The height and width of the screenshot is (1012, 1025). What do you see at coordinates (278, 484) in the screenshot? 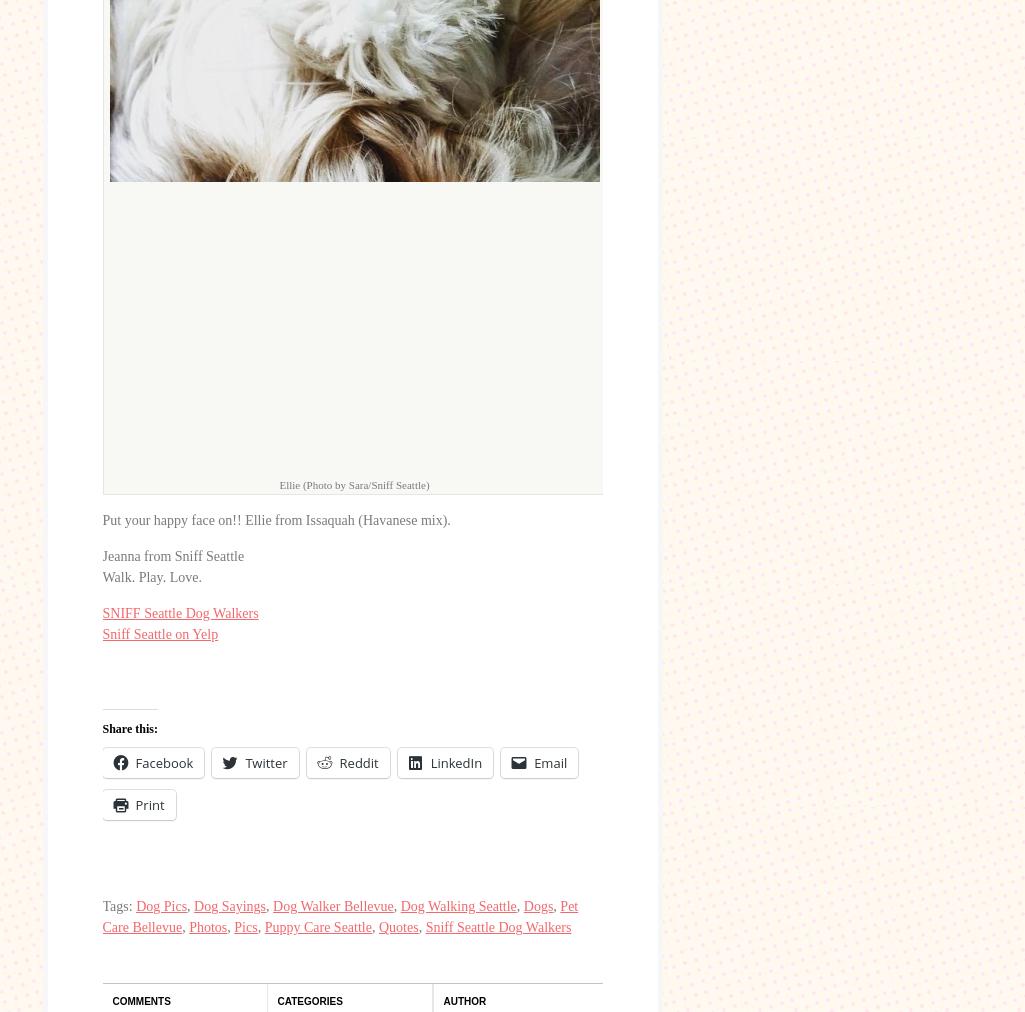
I see `'Ellie (Photo by Sara/Sniff Seattle)'` at bounding box center [278, 484].